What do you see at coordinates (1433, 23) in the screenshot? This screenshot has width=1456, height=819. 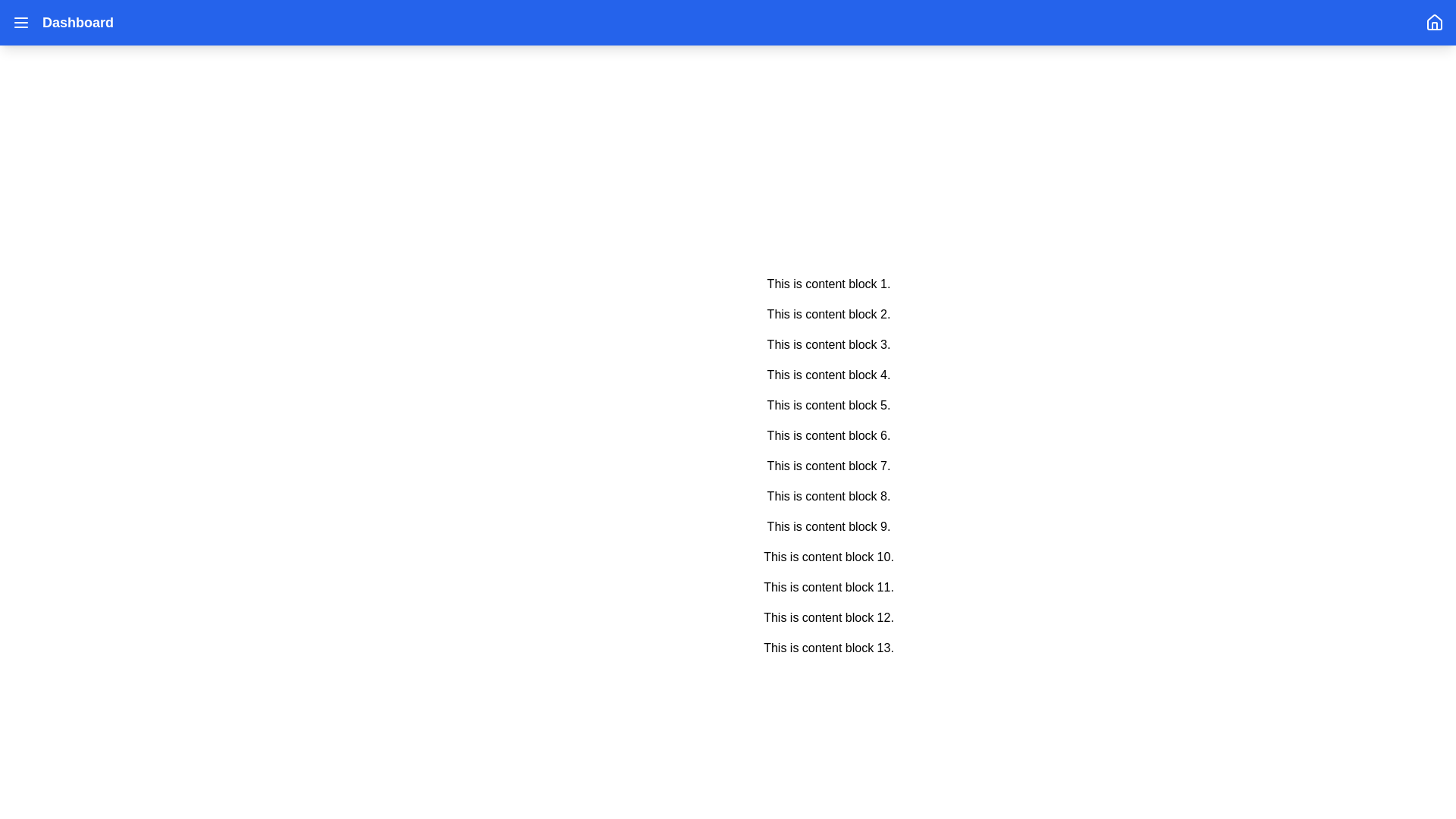 I see `the 'Home' button located in the top-right corner of the blue navigation bar` at bounding box center [1433, 23].